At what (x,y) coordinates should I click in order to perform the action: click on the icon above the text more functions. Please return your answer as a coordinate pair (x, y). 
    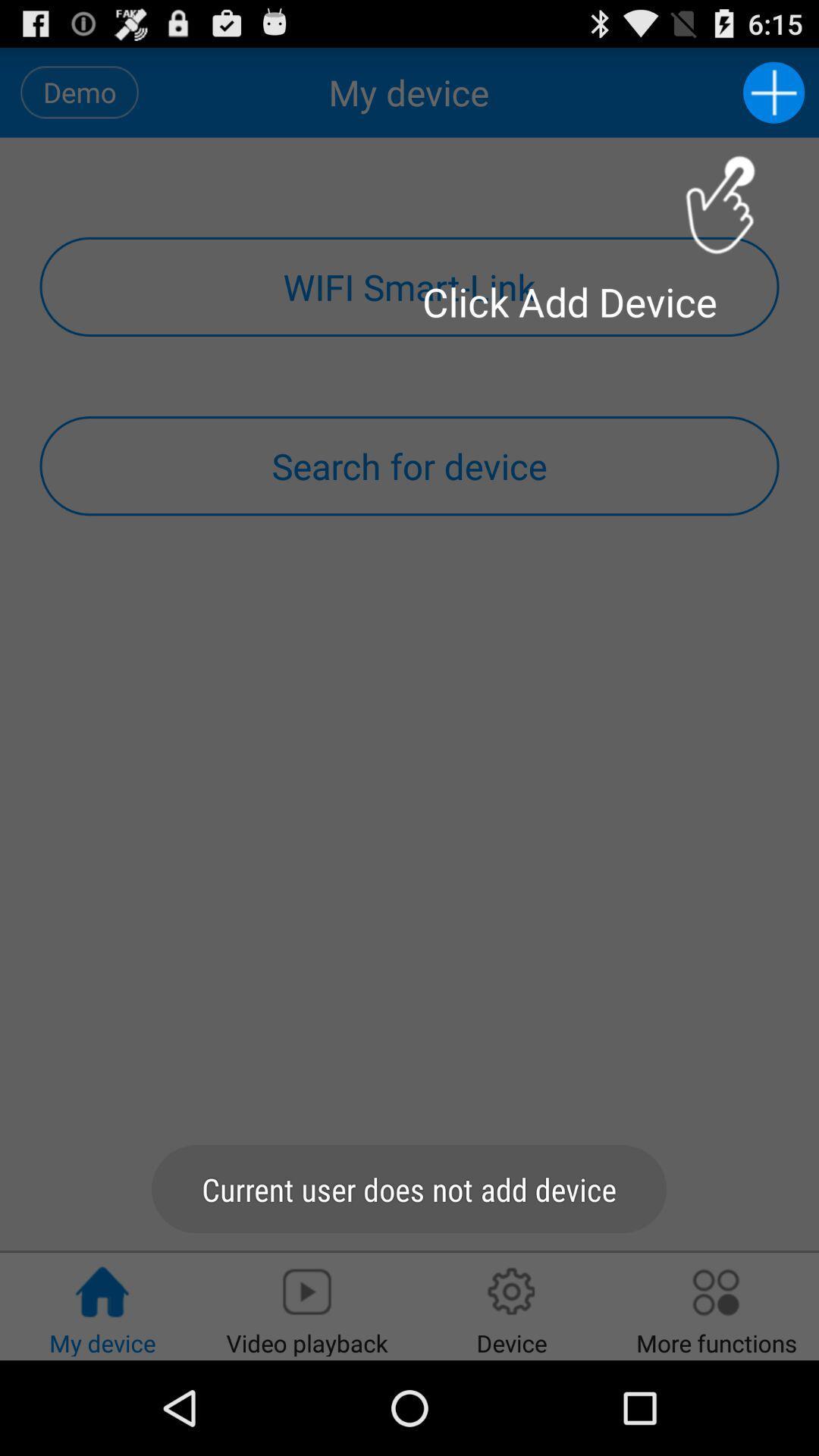
    Looking at the image, I should click on (717, 1291).